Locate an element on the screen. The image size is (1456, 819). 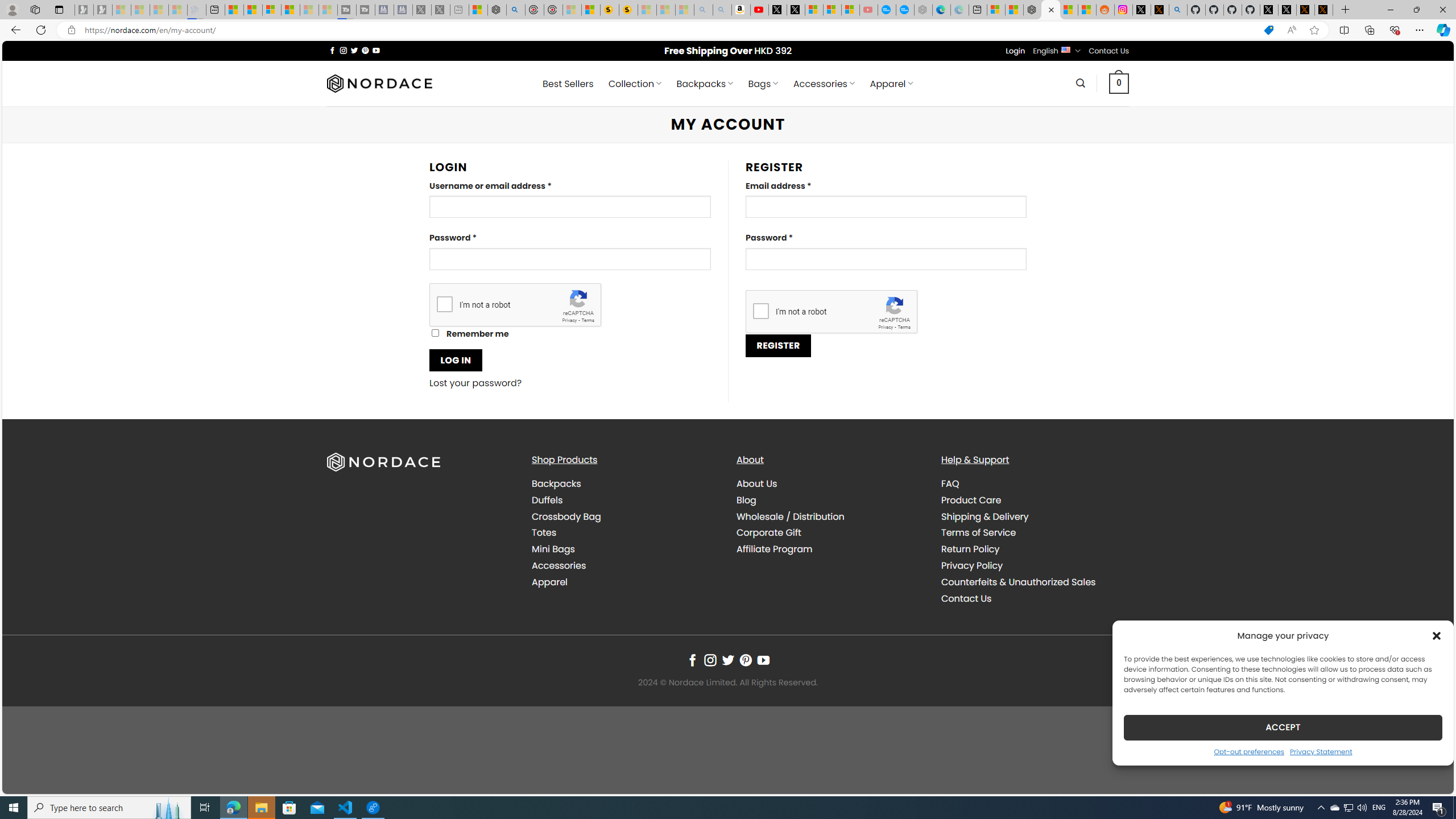
' 0 ' is located at coordinates (1118, 82).